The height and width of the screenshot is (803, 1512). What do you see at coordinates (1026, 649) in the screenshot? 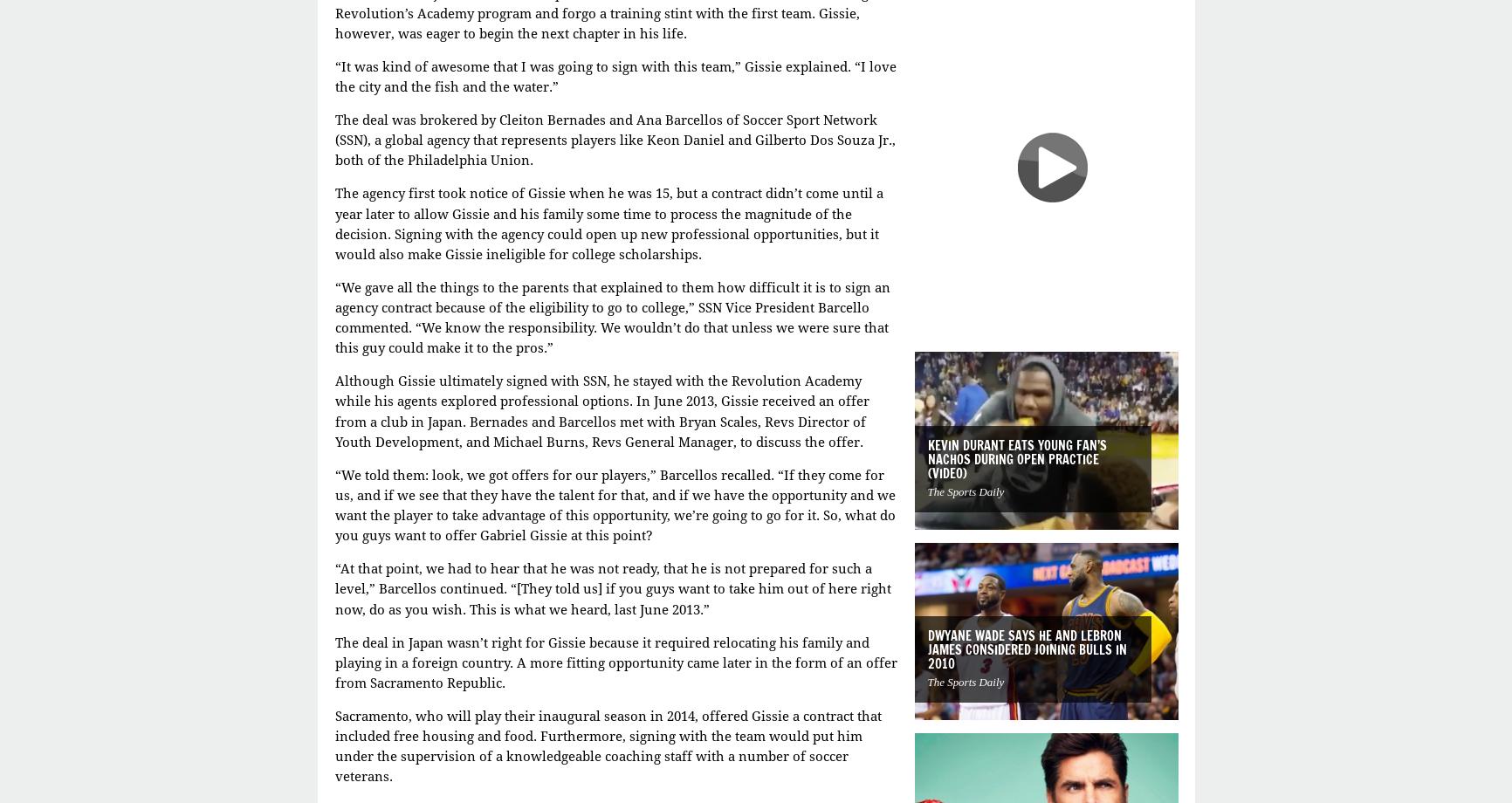
I see `'Dwyane Wade says he and LeBron James considered joining Bulls in 2010'` at bounding box center [1026, 649].